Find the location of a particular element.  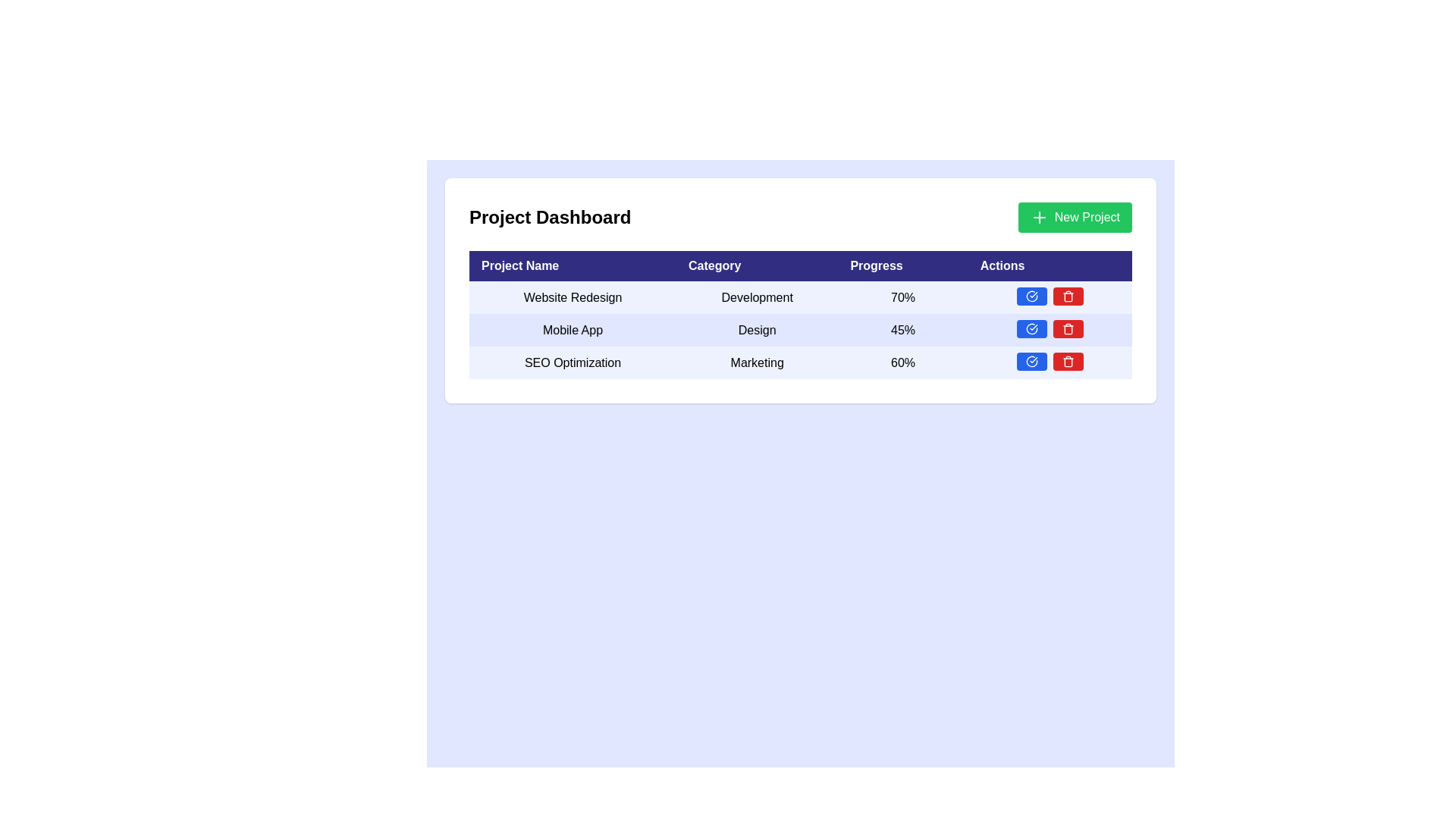

the confirmation icon button located in the 'Actions' column of the second row in the table is located at coordinates (1031, 328).